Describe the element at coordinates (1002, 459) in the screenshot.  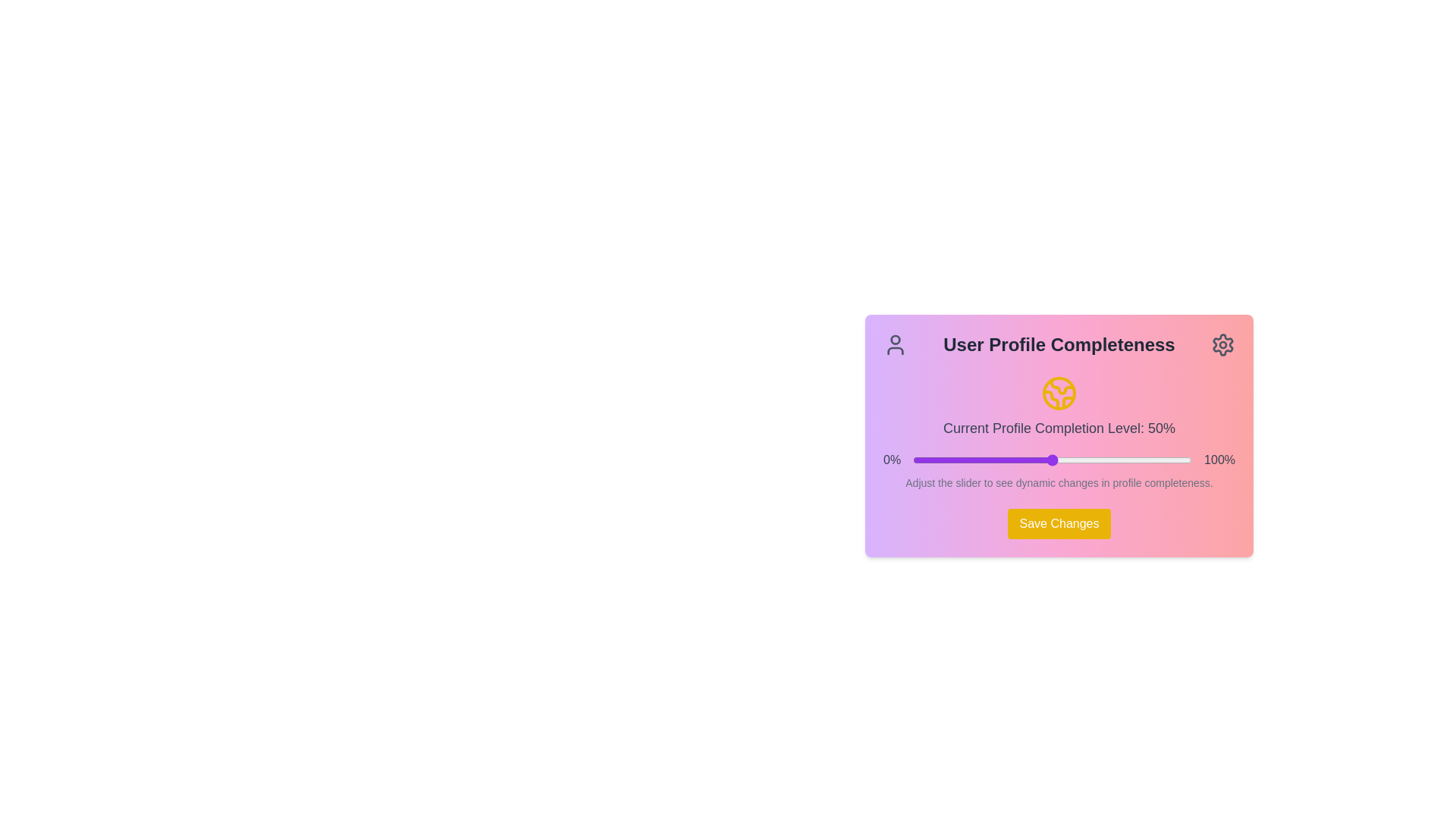
I see `the profile completion percentage` at that location.